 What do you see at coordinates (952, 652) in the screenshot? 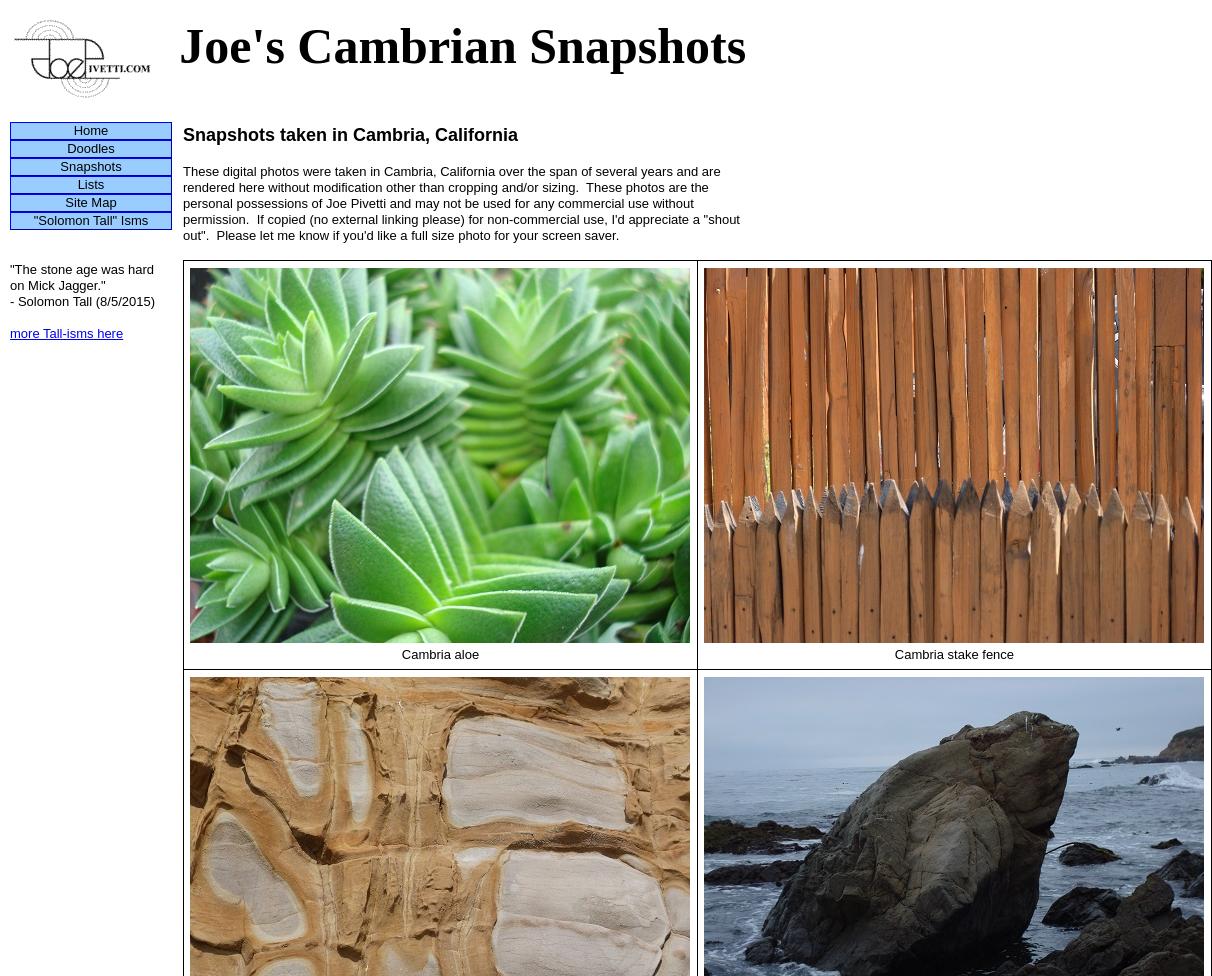
I see `'Cambria stake fence'` at bounding box center [952, 652].